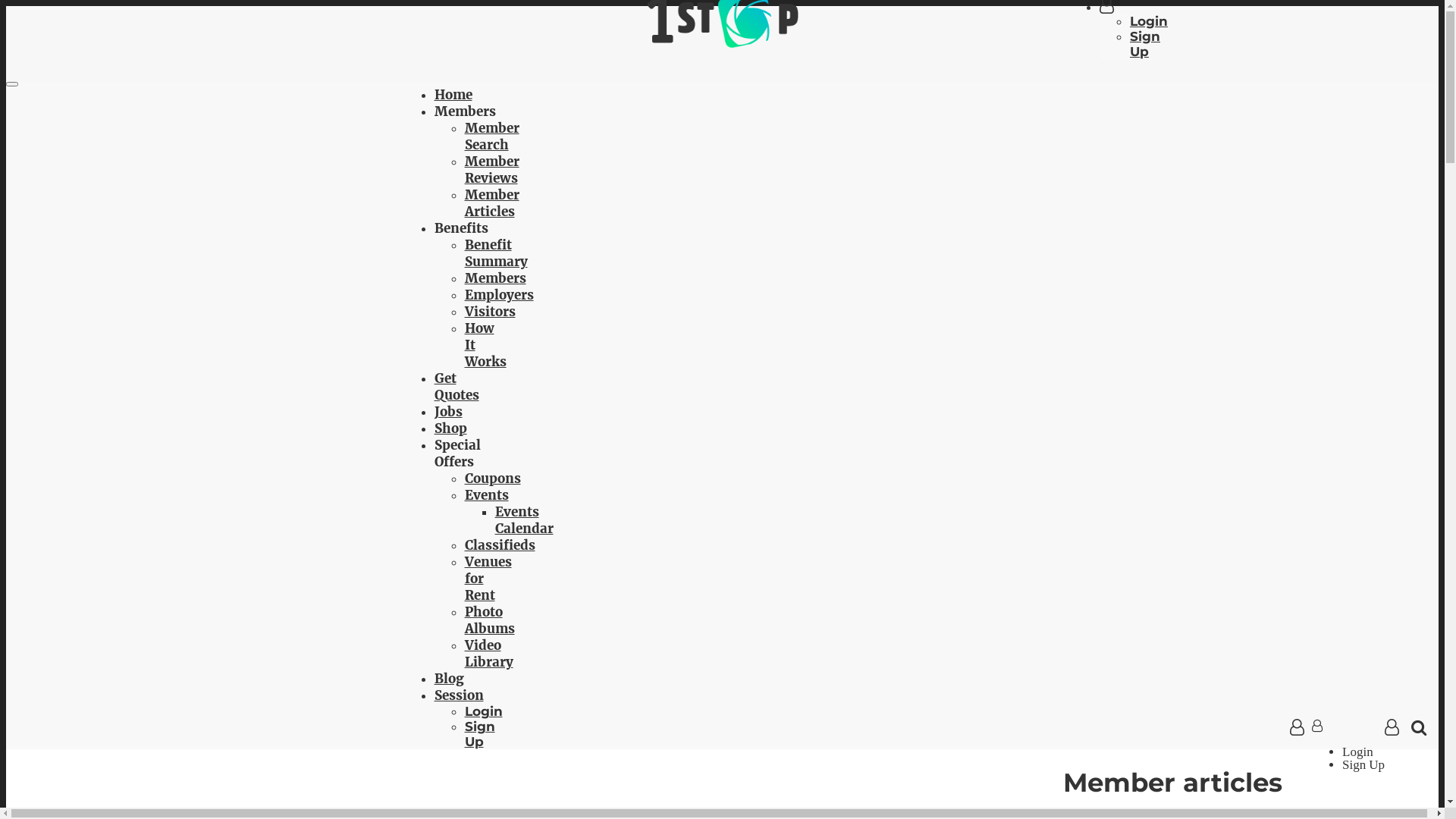 The image size is (1456, 819). Describe the element at coordinates (486, 494) in the screenshot. I see `'Events'` at that location.